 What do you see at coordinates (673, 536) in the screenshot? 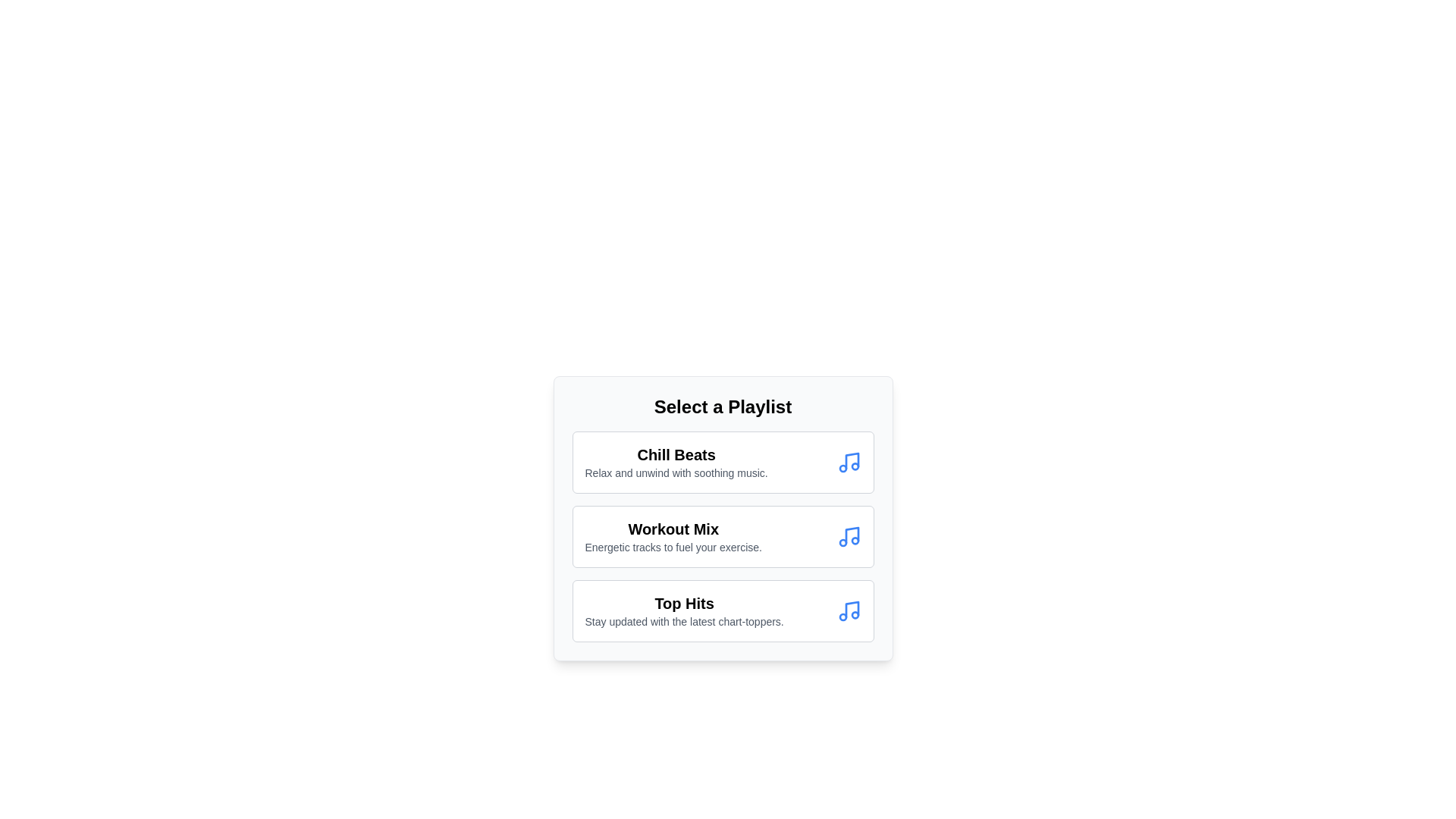
I see `text block displaying 'Workout Mix' with the description 'Energetic tracks to fuel your exercise.' which is the second item in the playlist selection interface` at bounding box center [673, 536].